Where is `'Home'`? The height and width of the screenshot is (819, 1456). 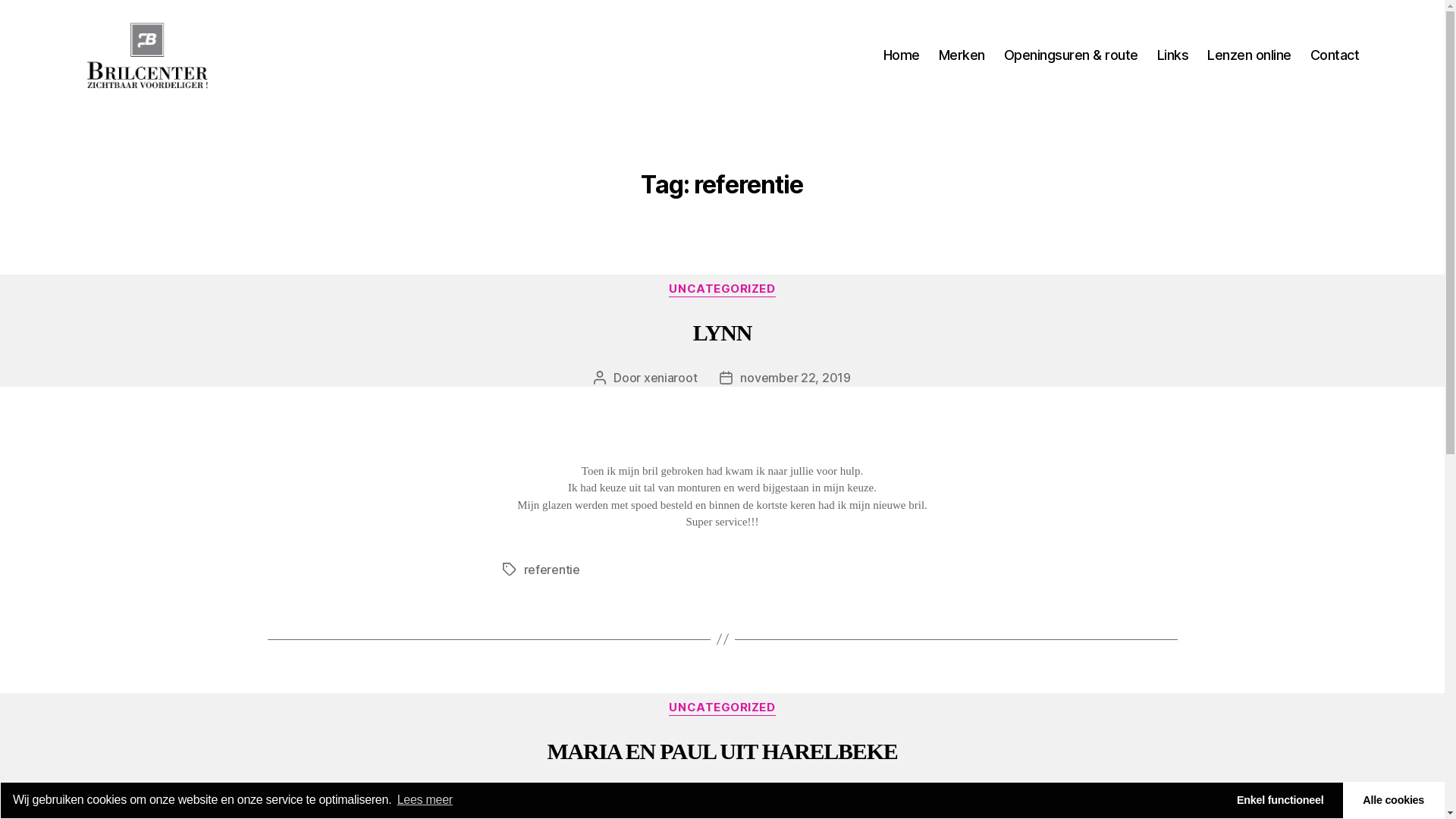 'Home' is located at coordinates (902, 55).